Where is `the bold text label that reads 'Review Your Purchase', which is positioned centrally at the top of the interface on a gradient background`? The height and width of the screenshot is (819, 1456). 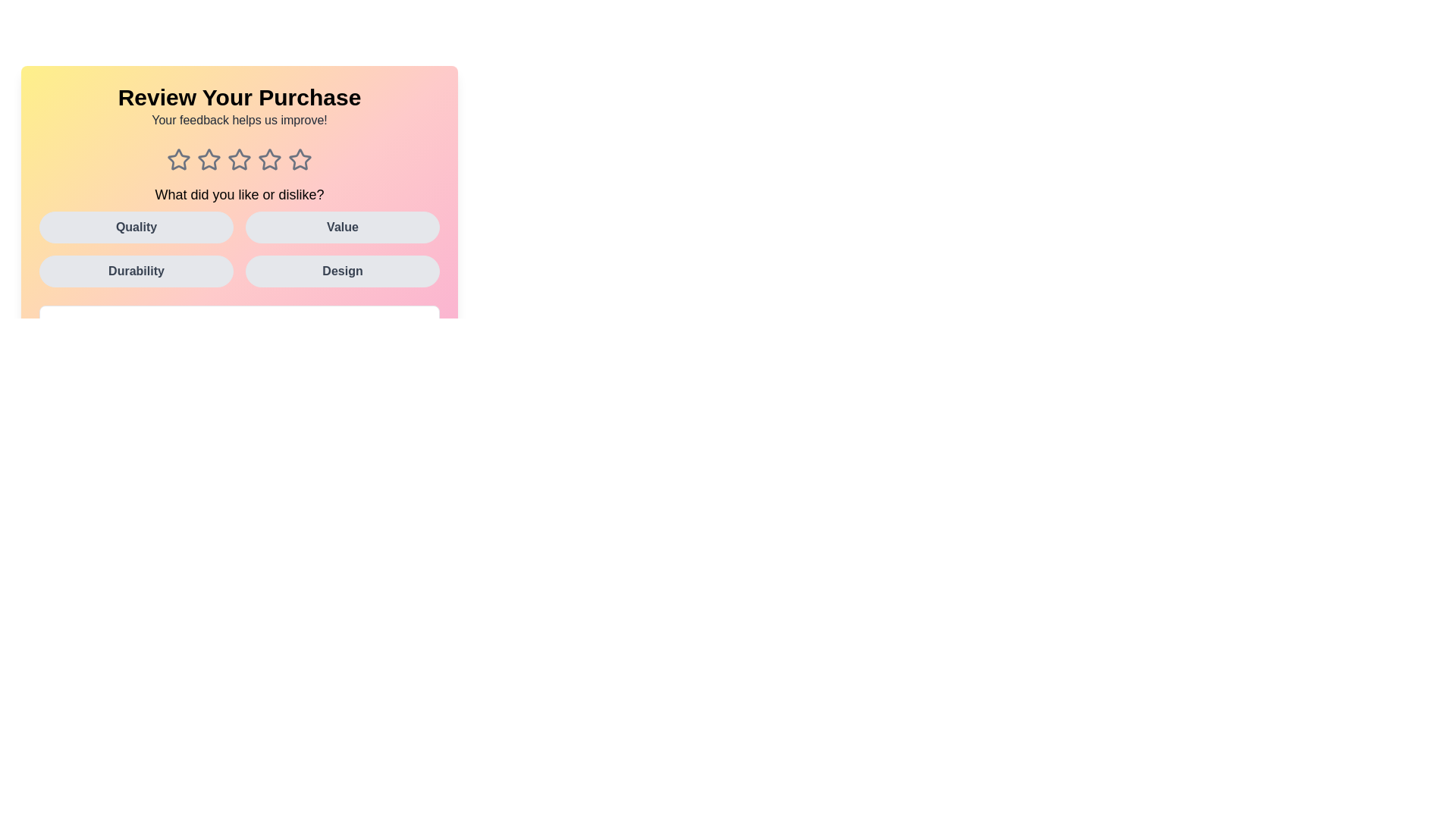
the bold text label that reads 'Review Your Purchase', which is positioned centrally at the top of the interface on a gradient background is located at coordinates (239, 97).